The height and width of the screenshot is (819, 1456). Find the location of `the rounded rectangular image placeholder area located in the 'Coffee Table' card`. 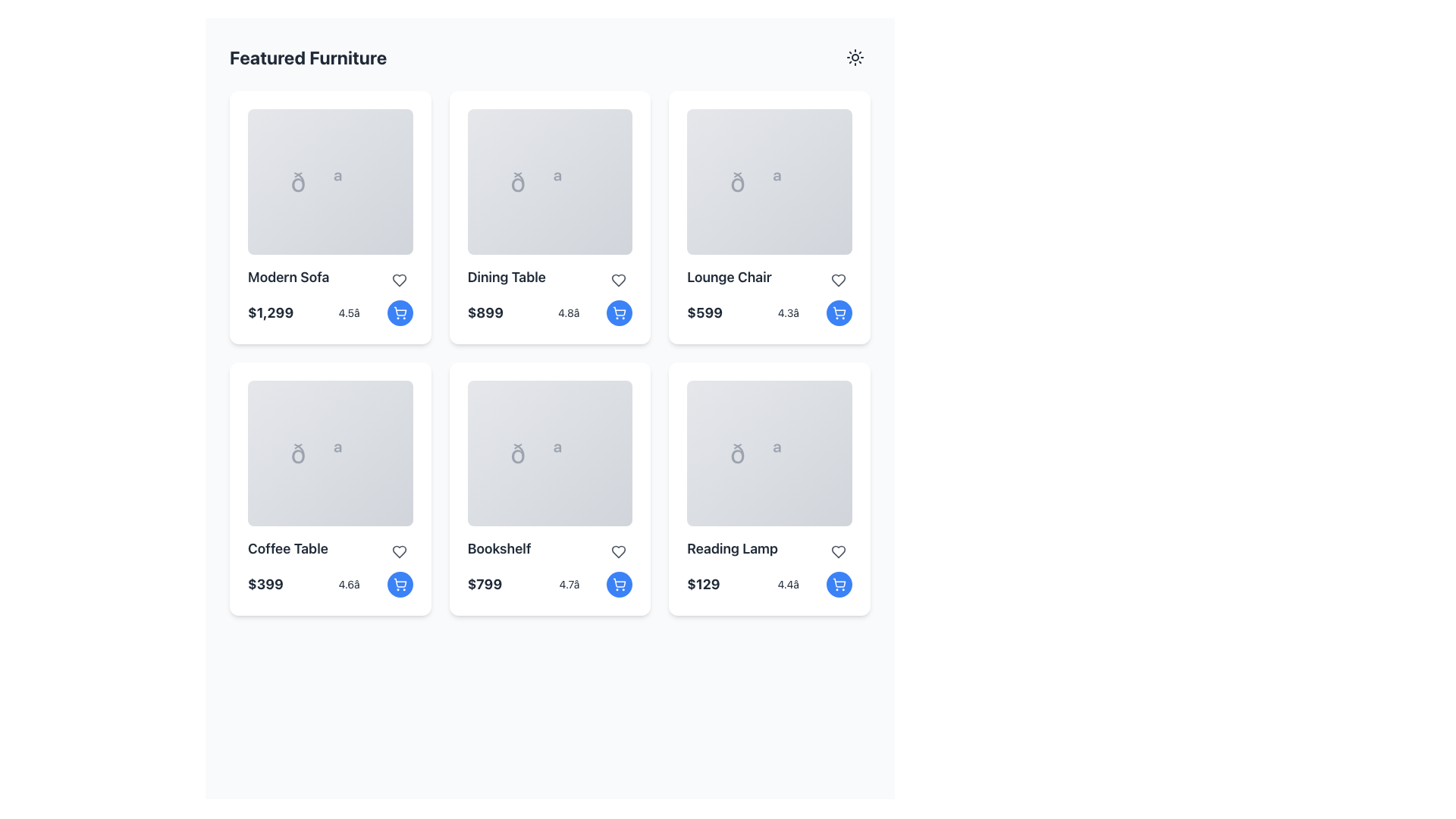

the rounded rectangular image placeholder area located in the 'Coffee Table' card is located at coordinates (329, 452).